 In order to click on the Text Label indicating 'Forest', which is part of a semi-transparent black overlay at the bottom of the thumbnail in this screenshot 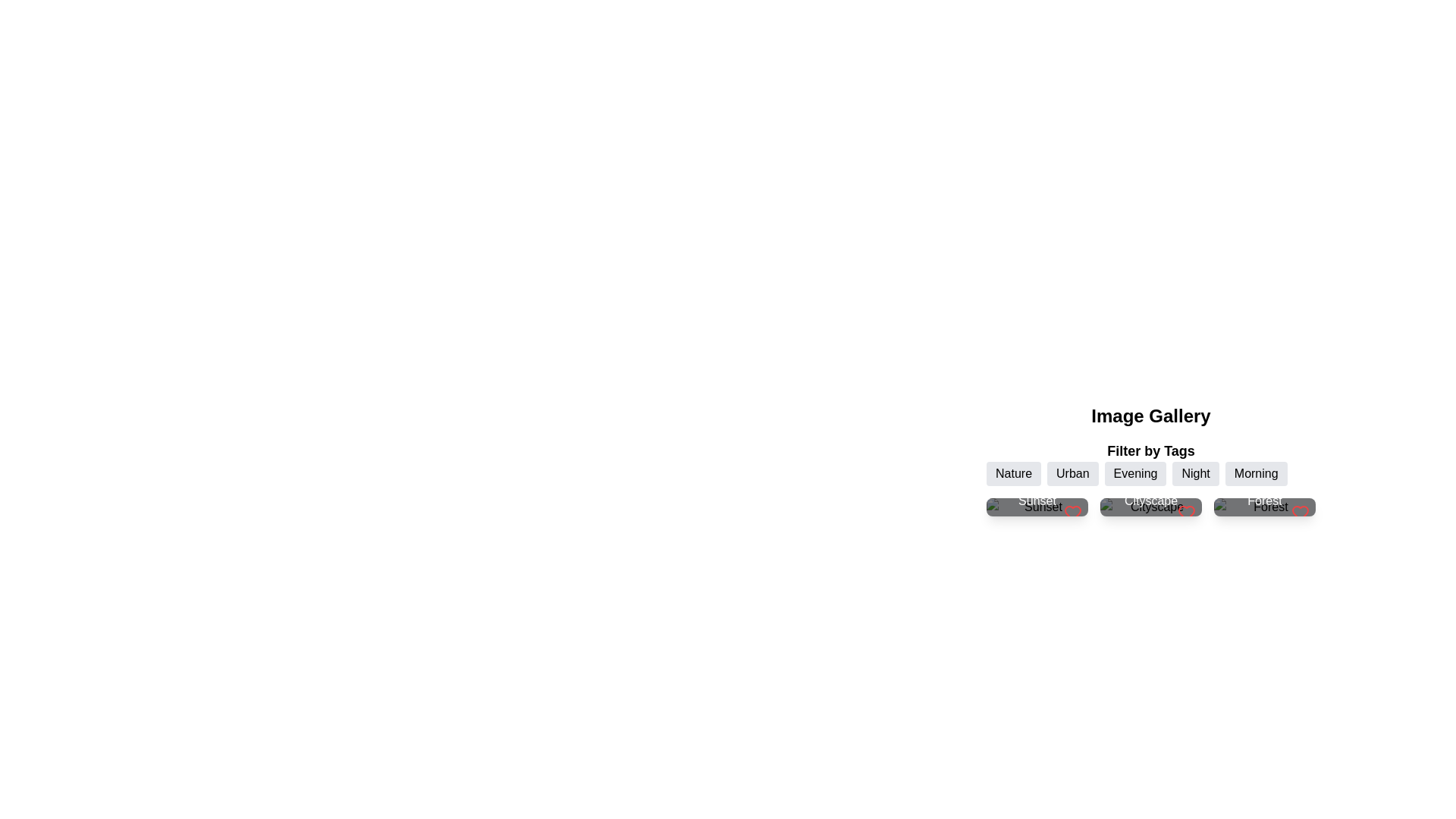, I will do `click(1265, 500)`.